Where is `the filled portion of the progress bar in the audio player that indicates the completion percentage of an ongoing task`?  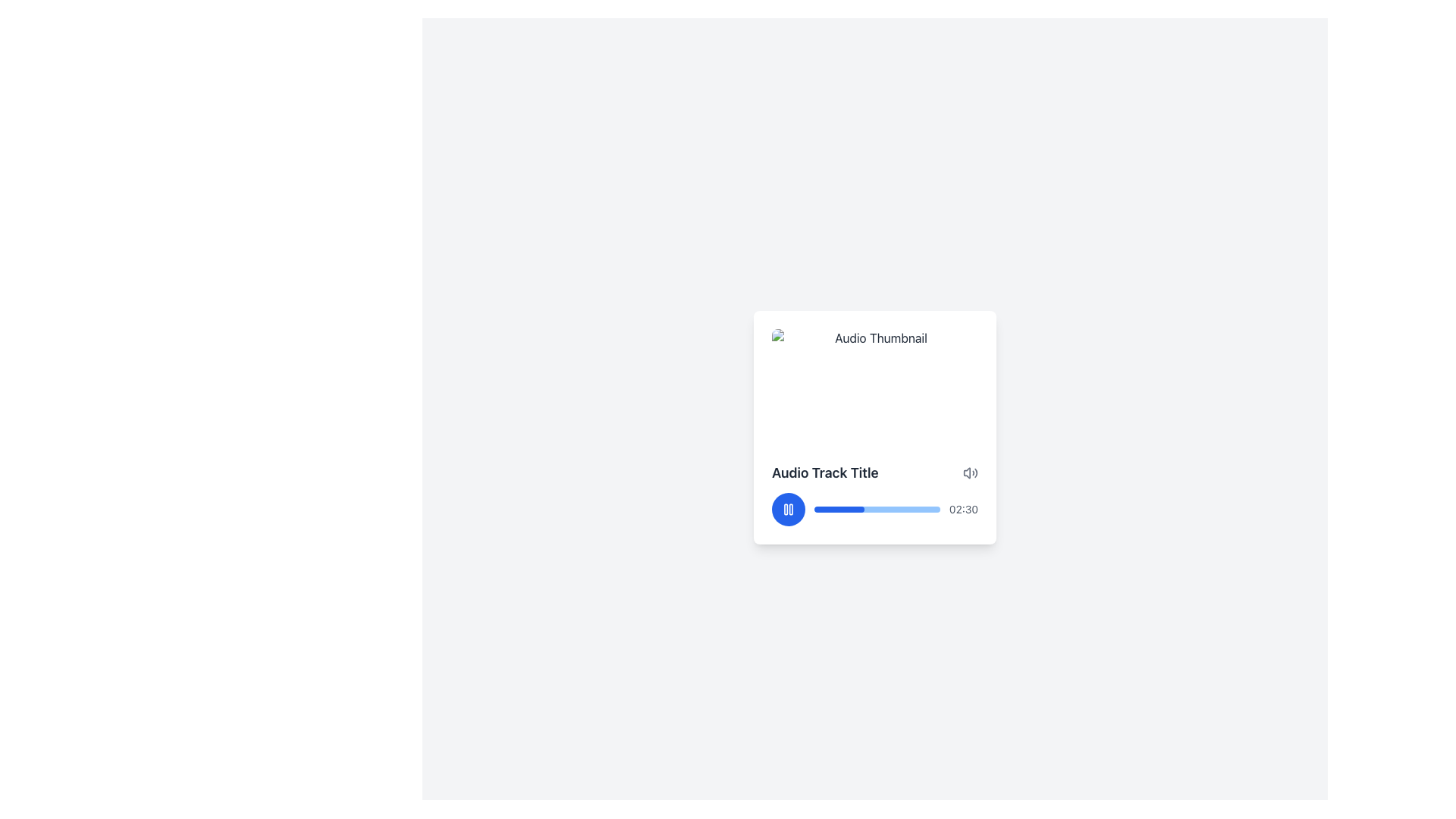 the filled portion of the progress bar in the audio player that indicates the completion percentage of an ongoing task is located at coordinates (839, 509).